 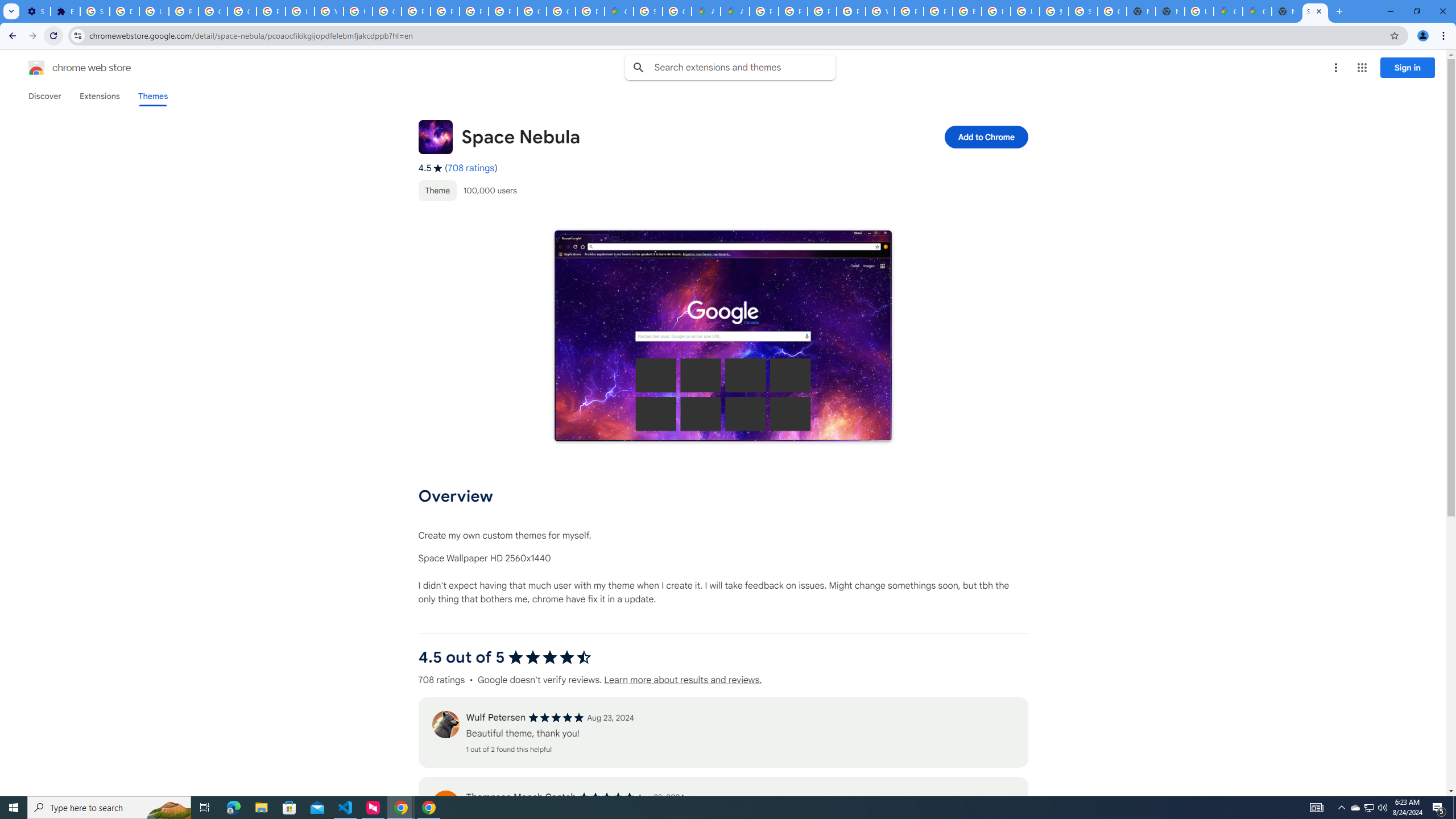 What do you see at coordinates (1286, 11) in the screenshot?
I see `'New Tab'` at bounding box center [1286, 11].